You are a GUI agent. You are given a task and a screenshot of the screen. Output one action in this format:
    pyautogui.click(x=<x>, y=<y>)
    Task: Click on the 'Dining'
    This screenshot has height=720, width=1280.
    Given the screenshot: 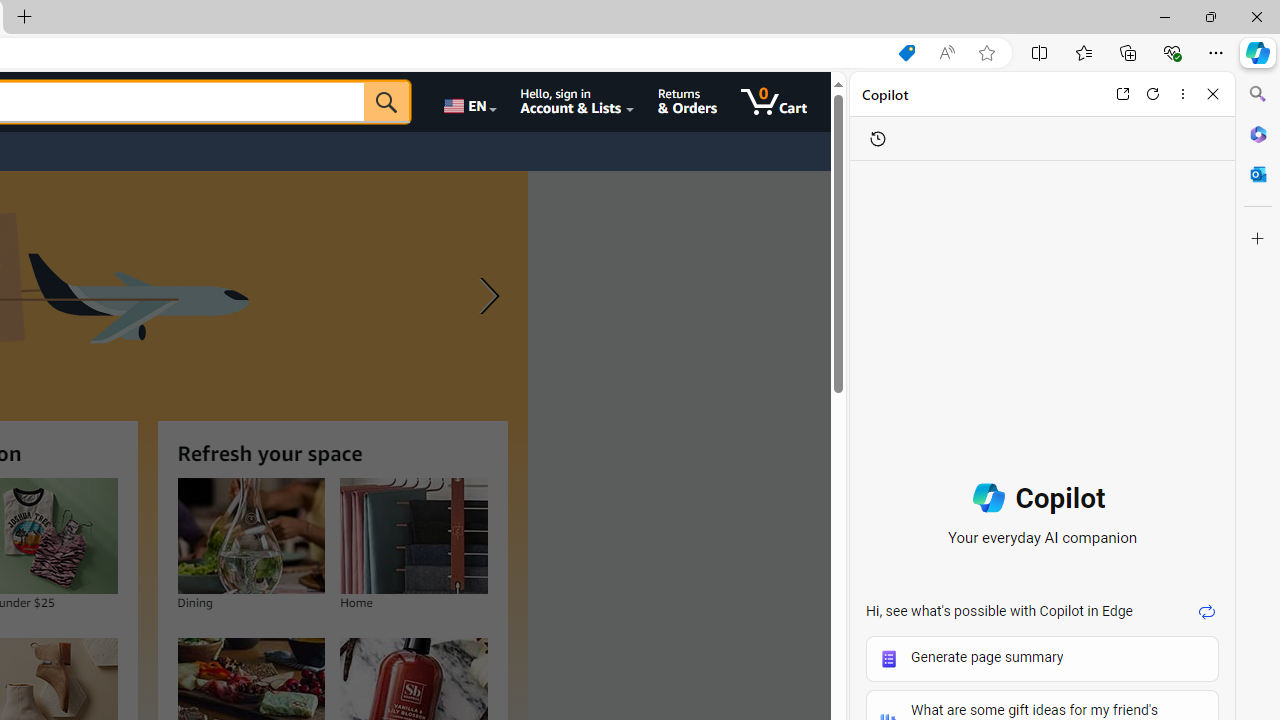 What is the action you would take?
    pyautogui.click(x=249, y=535)
    